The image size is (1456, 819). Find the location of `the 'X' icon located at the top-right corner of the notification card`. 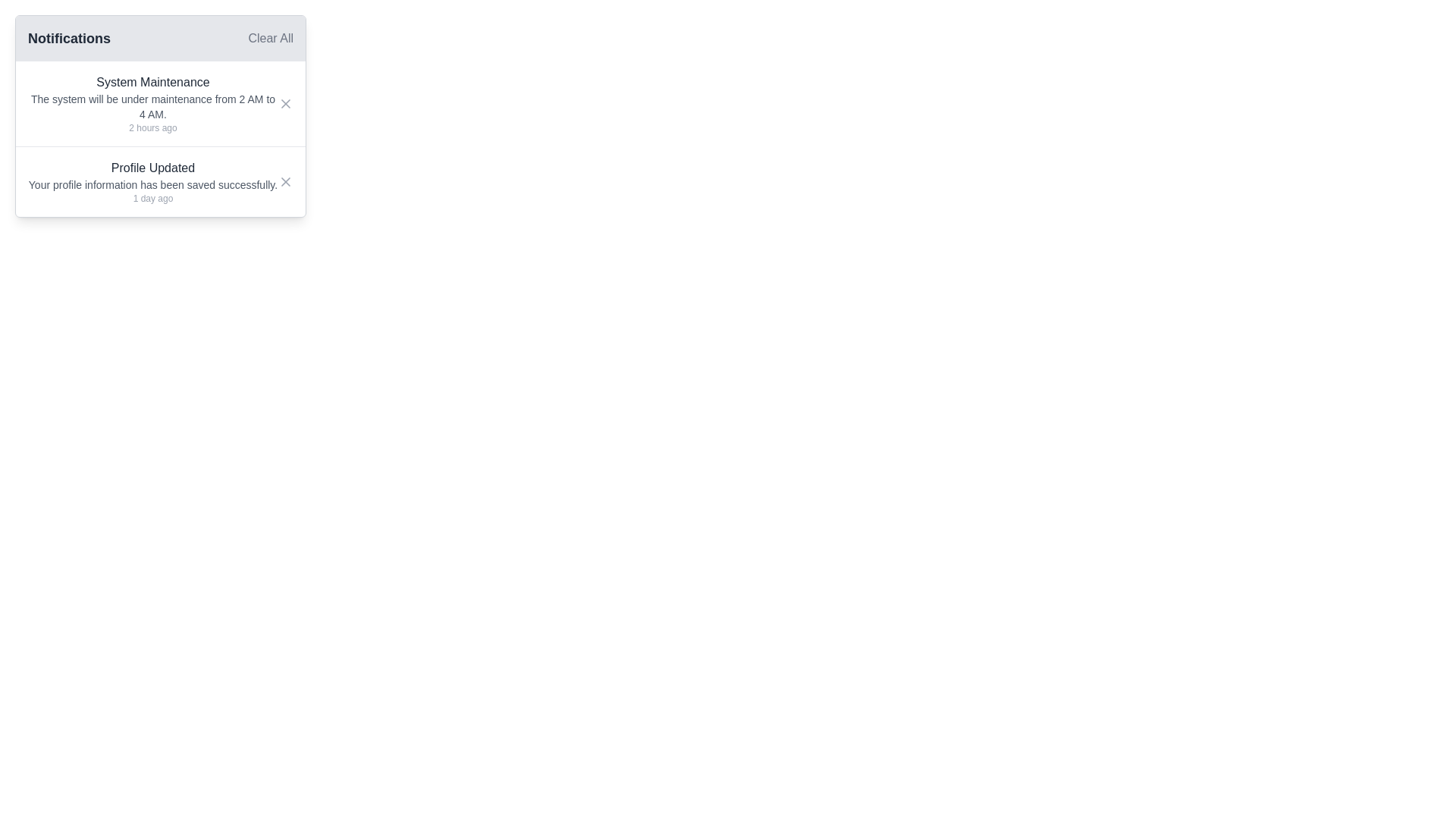

the 'X' icon located at the top-right corner of the notification card is located at coordinates (286, 180).